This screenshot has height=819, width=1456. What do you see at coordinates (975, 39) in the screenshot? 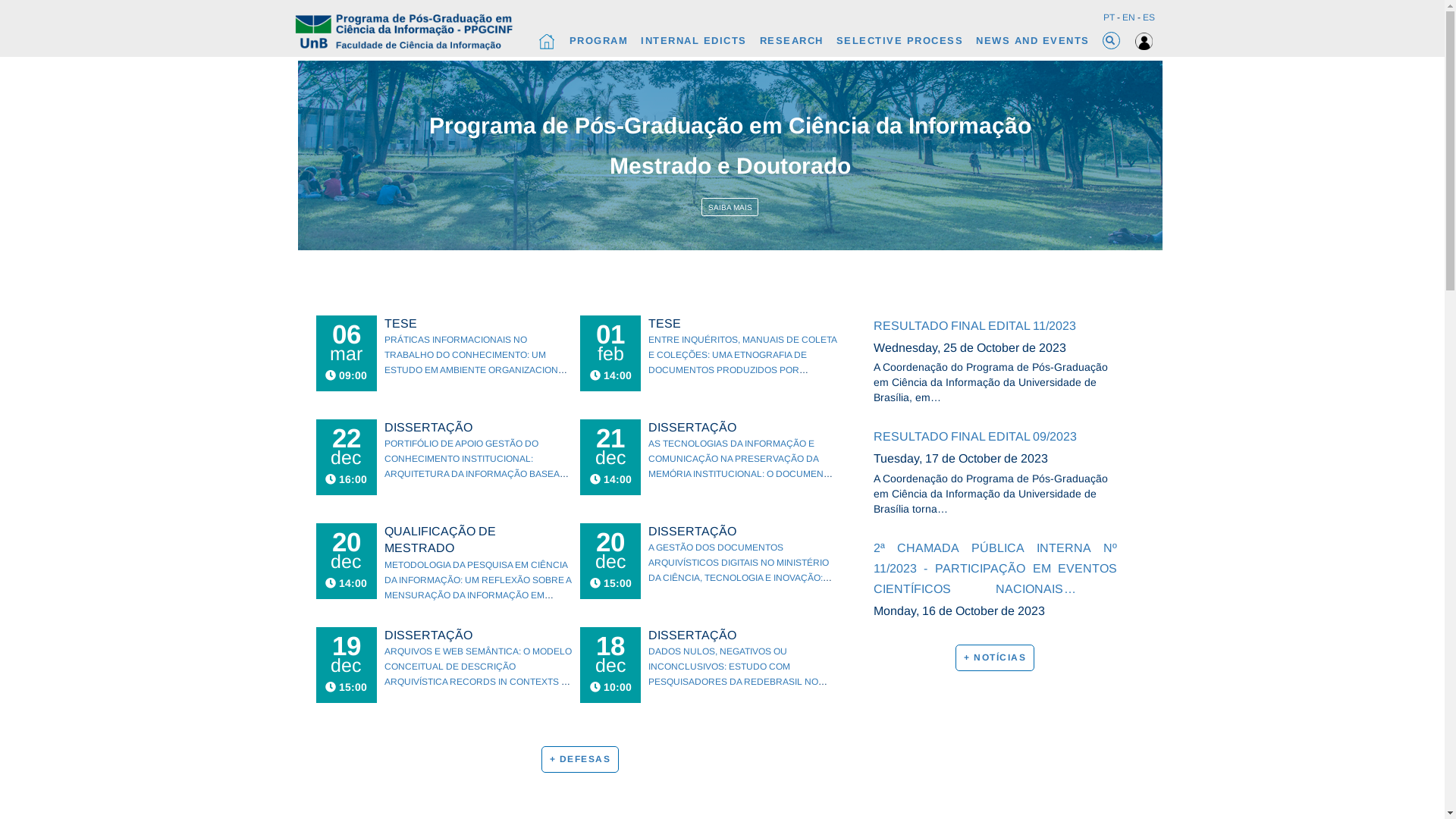
I see `'NEWS AND EVENTS'` at bounding box center [975, 39].